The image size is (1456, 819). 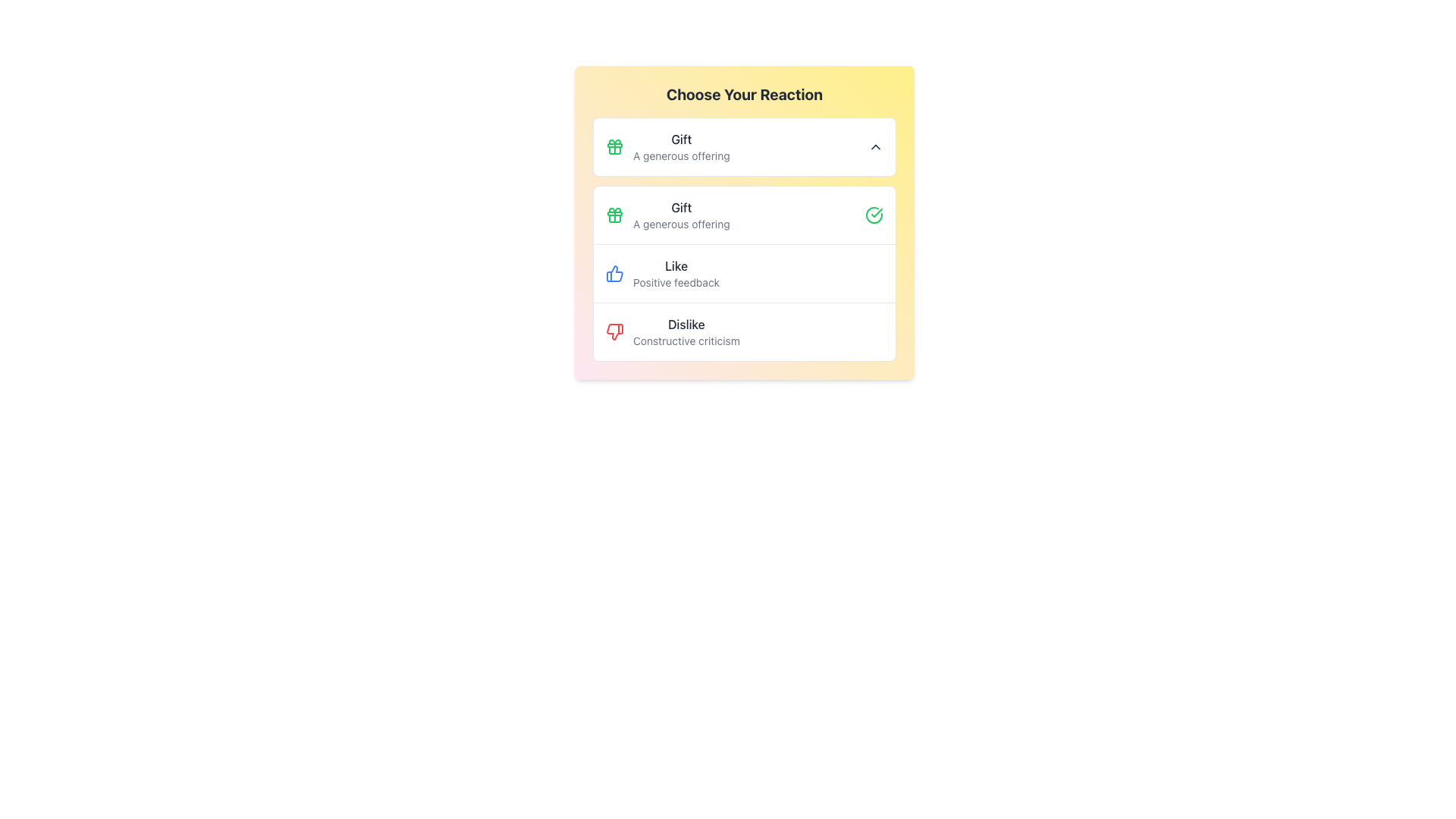 I want to click on the green rectangular bar that is part of the gift box icon in the 'Choose Your Reaction' list, so click(x=615, y=146).